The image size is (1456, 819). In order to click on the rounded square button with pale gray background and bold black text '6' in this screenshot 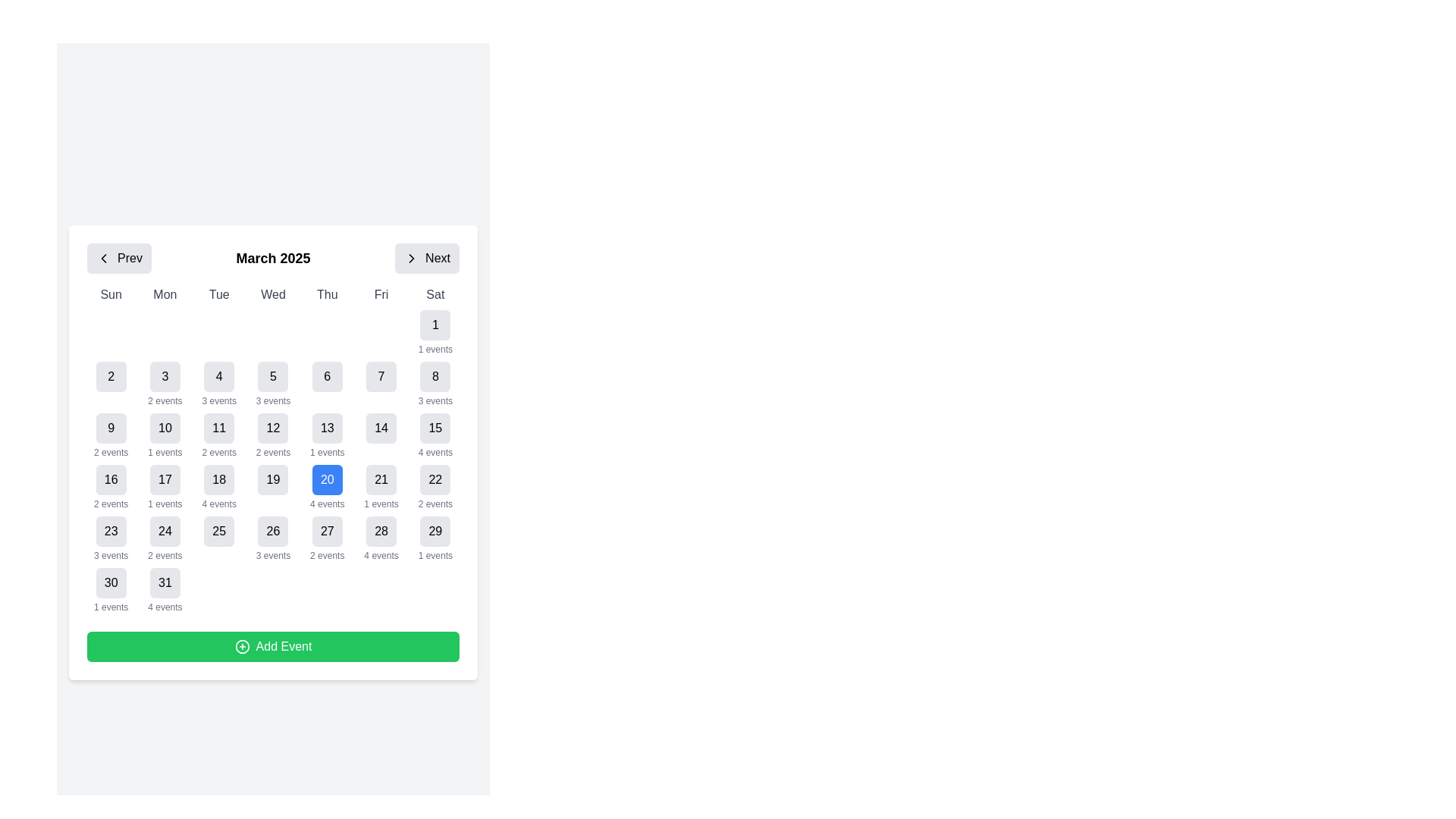, I will do `click(326, 376)`.